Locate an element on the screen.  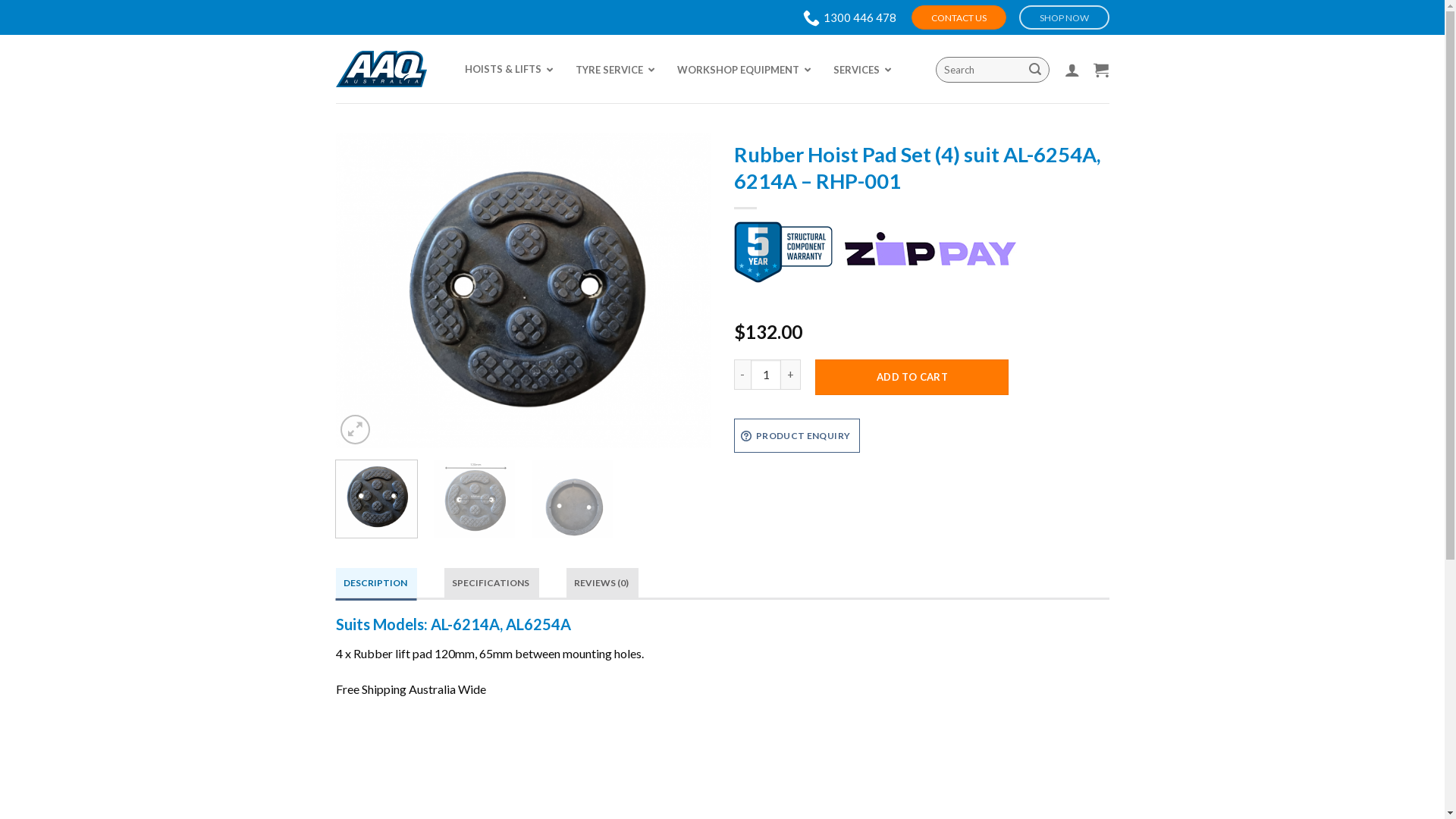
'Search' is located at coordinates (1034, 70).